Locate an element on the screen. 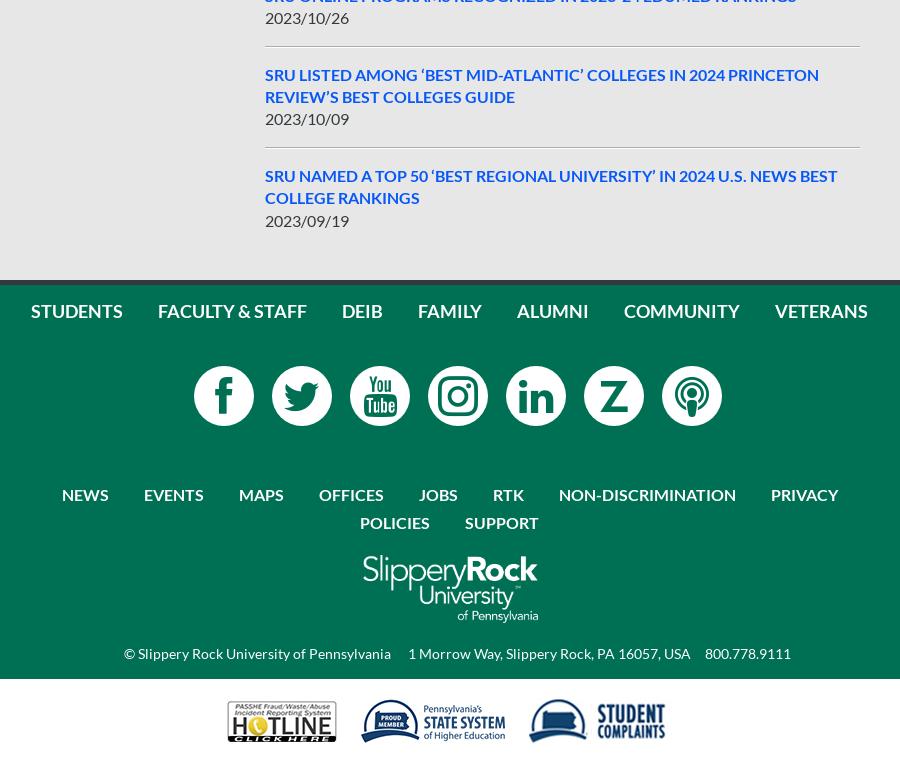 Image resolution: width=900 pixels, height=762 pixels. '2023/10/26' is located at coordinates (305, 16).